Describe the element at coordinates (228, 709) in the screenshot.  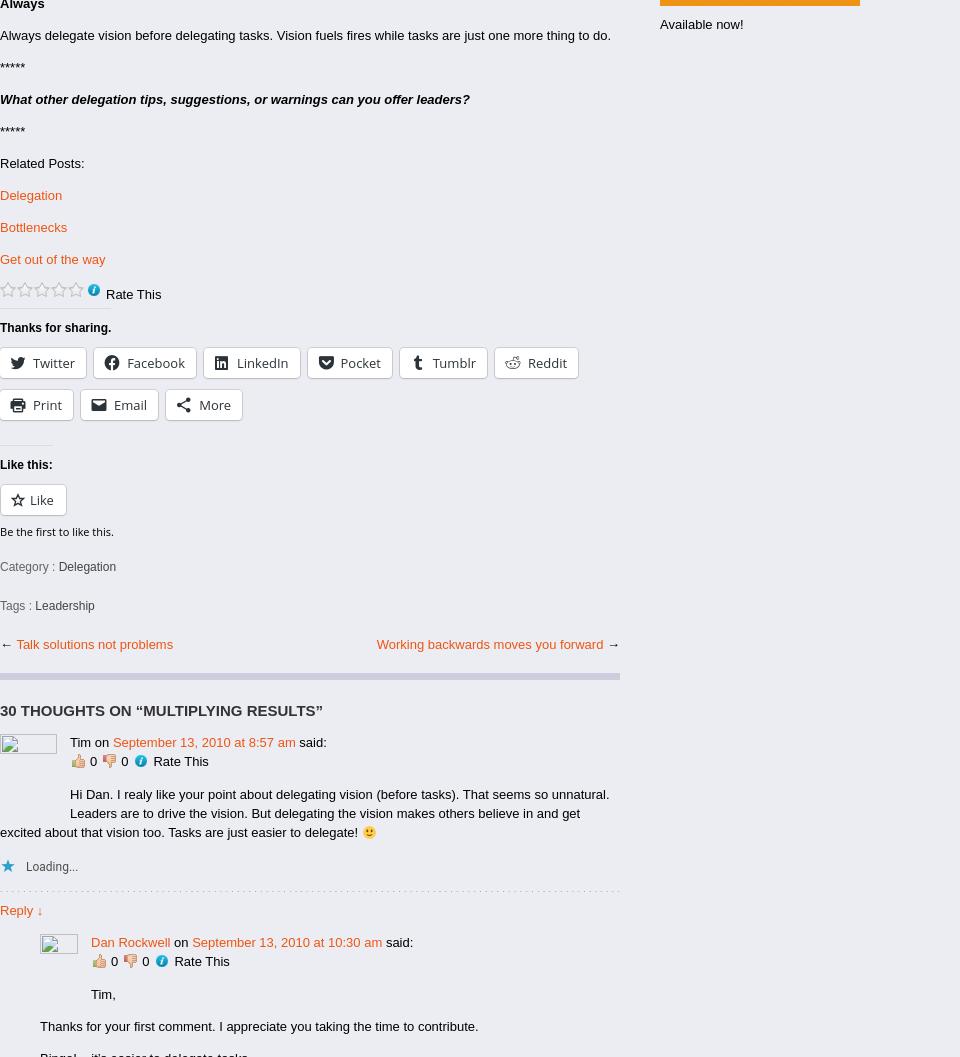
I see `'Multiplying Results'` at that location.